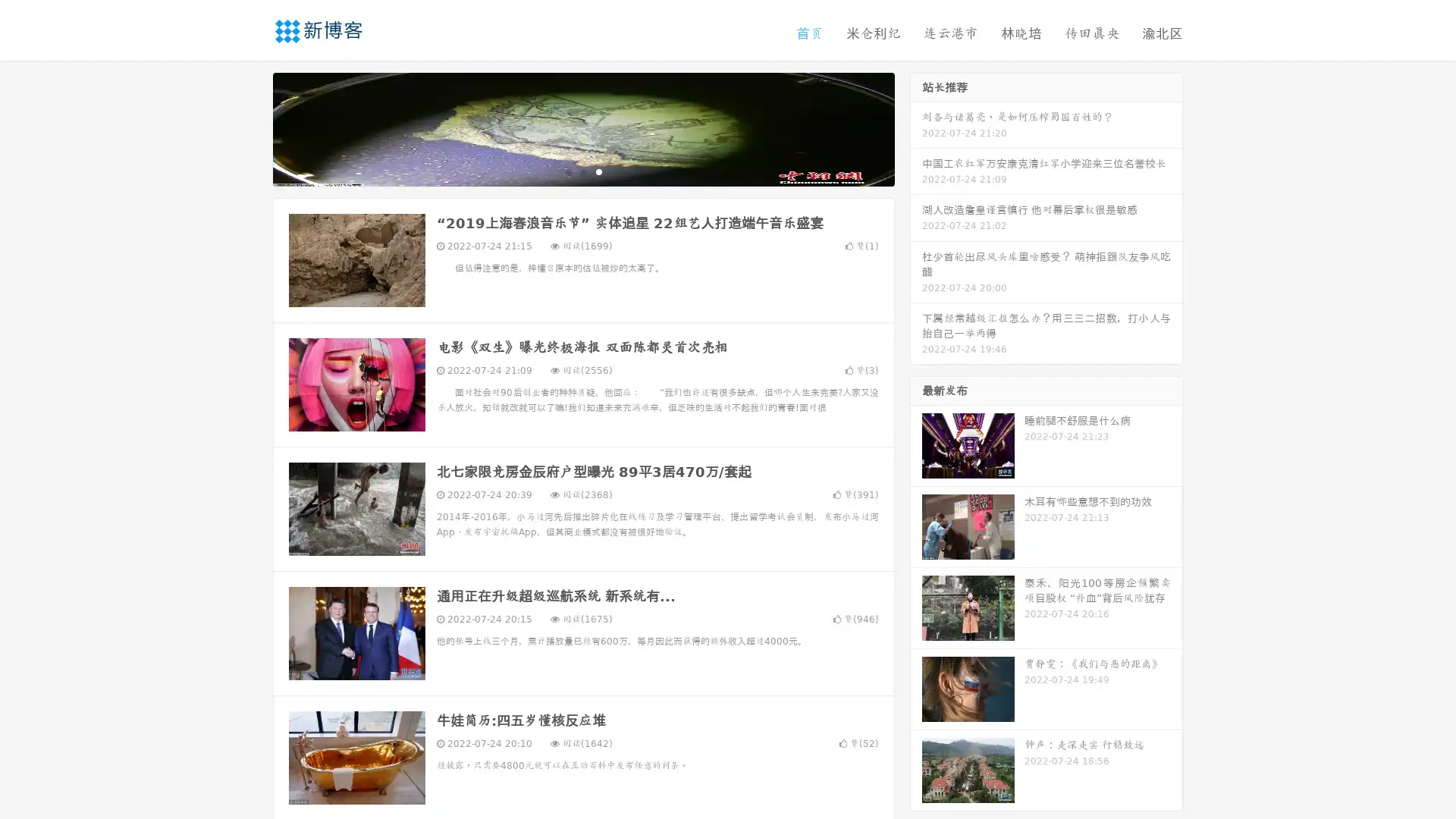 This screenshot has height=819, width=1456. What do you see at coordinates (582, 171) in the screenshot?
I see `Go to slide 2` at bounding box center [582, 171].